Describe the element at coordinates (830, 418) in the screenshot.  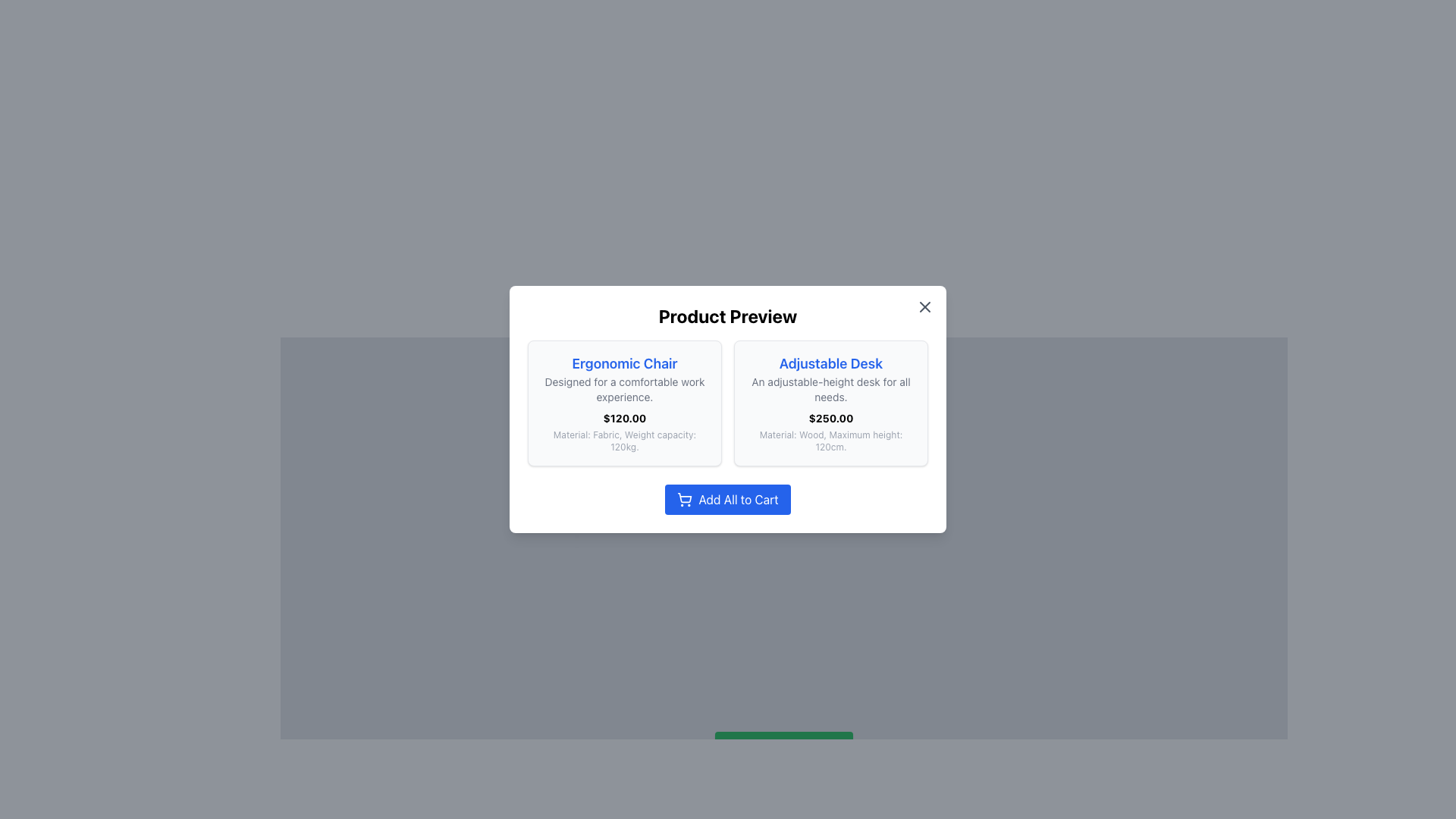
I see `the price text label displaying '$250.00' in bold within the 'Adjustable Desk' card in the 'Product Preview' modal` at that location.